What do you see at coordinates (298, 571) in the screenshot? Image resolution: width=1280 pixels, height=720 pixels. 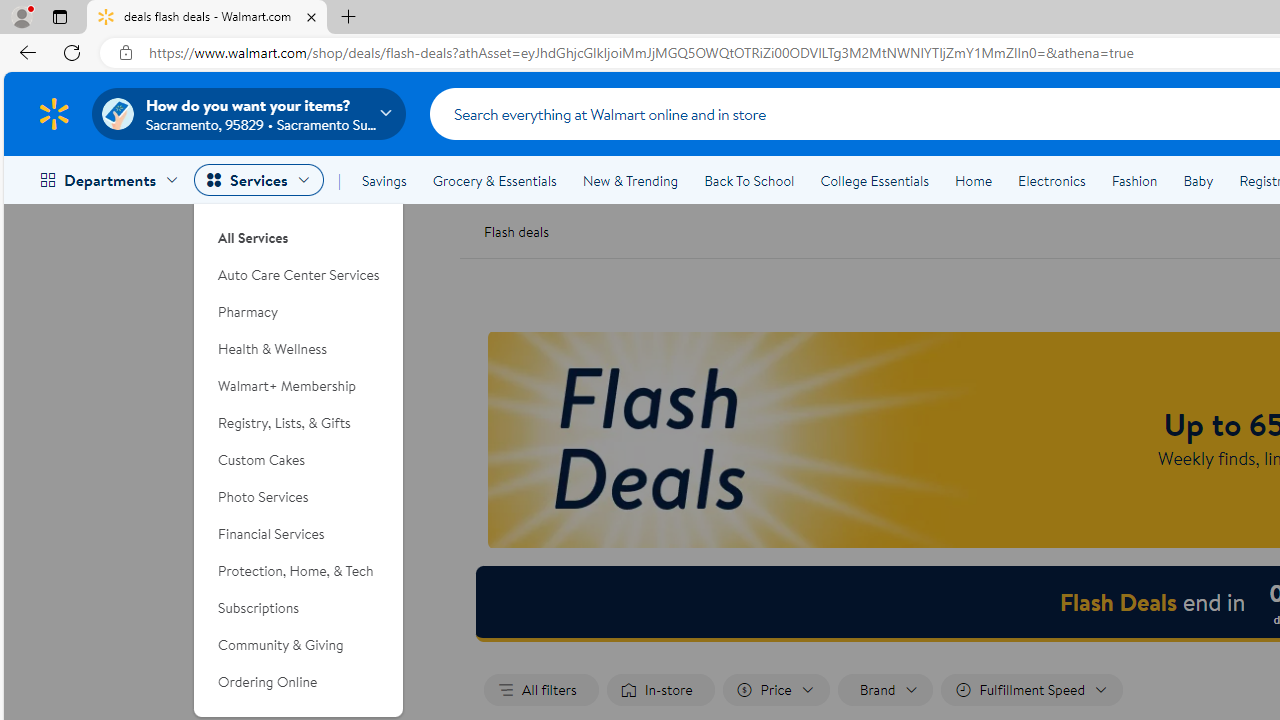 I see `'Protection, Home, & Tech'` at bounding box center [298, 571].